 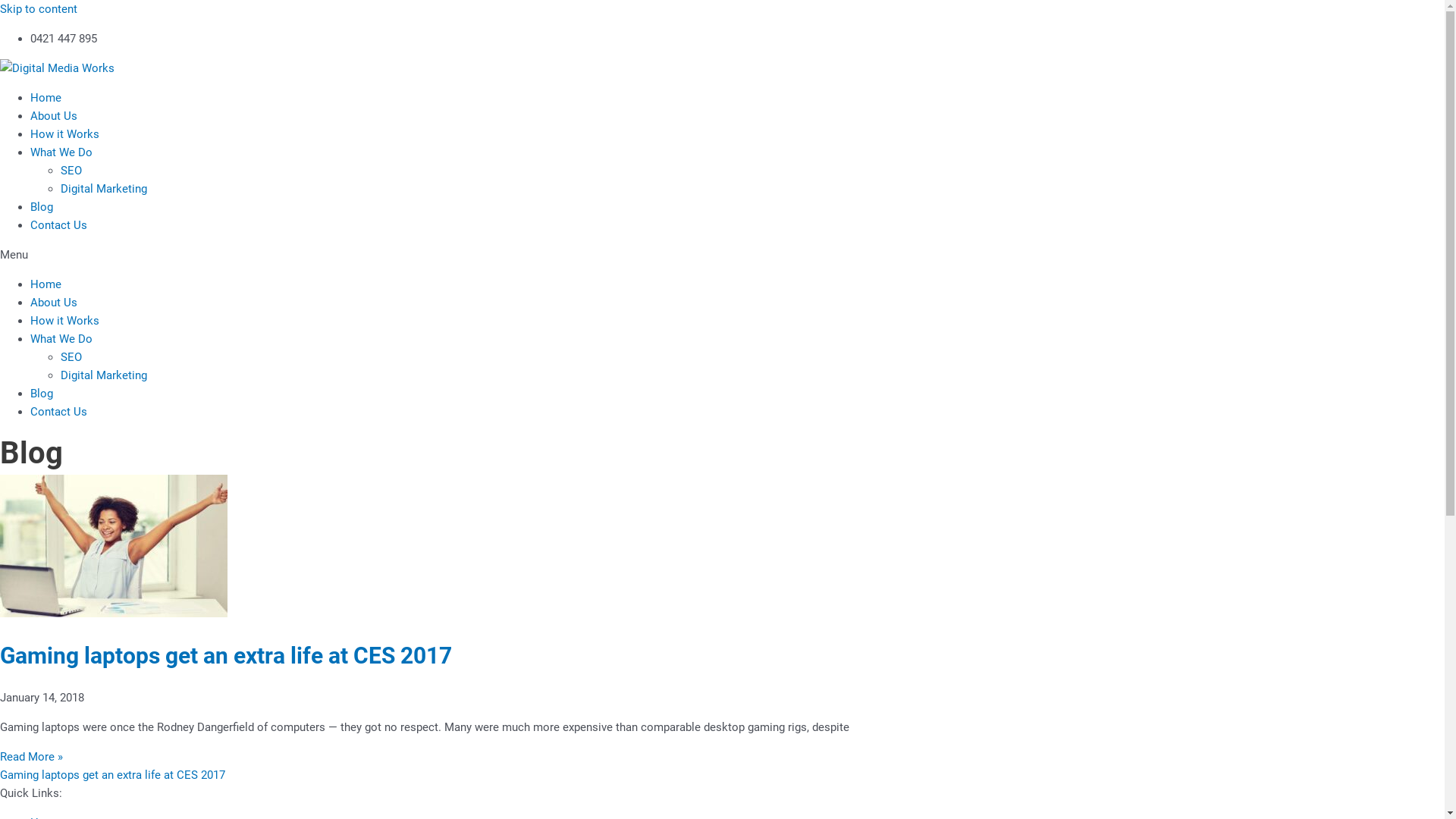 What do you see at coordinates (224, 654) in the screenshot?
I see `'Gaming laptops get an extra life at CES 2017'` at bounding box center [224, 654].